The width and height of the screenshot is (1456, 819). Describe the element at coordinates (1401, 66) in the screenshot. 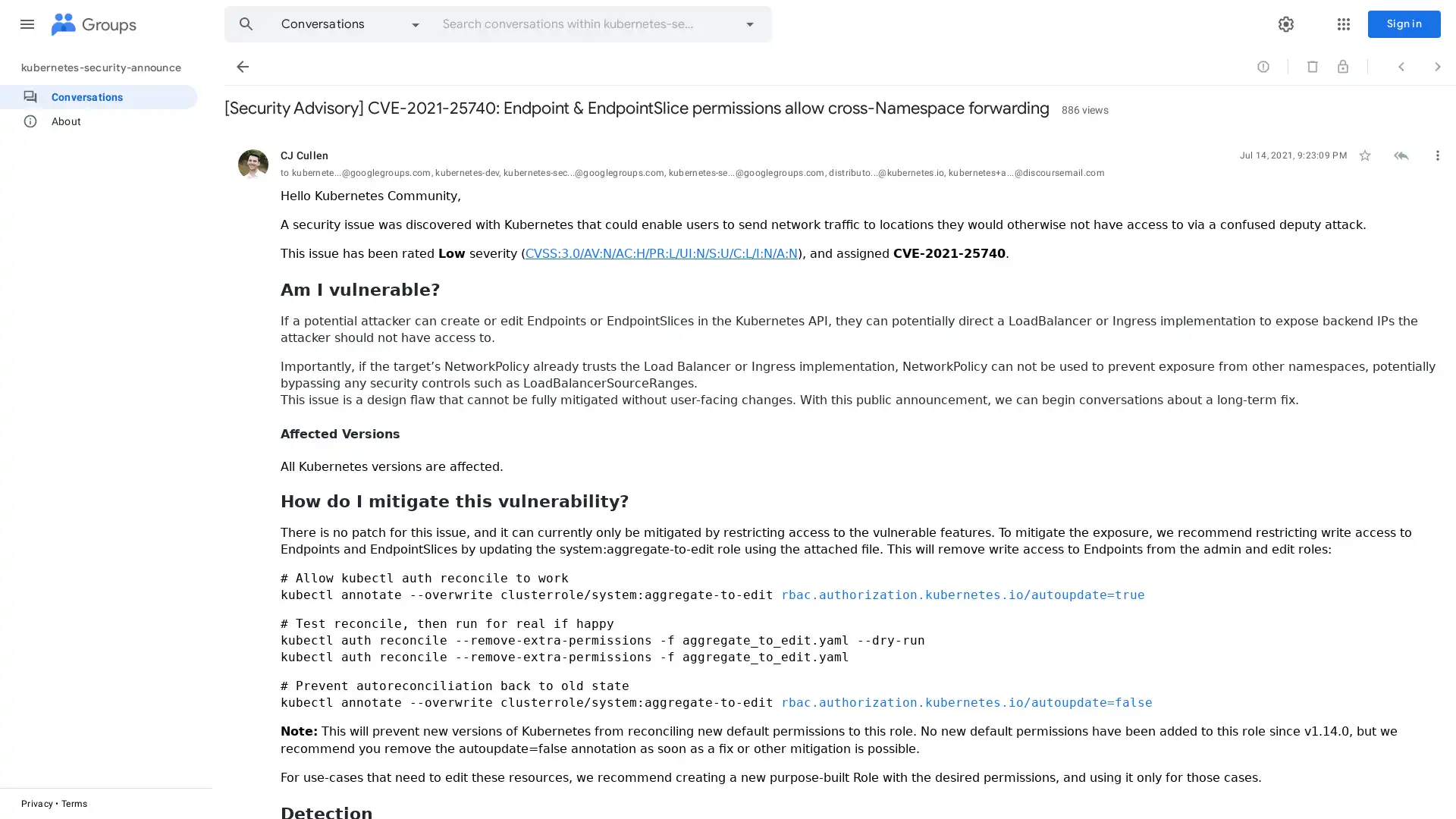

I see `Previous` at that location.